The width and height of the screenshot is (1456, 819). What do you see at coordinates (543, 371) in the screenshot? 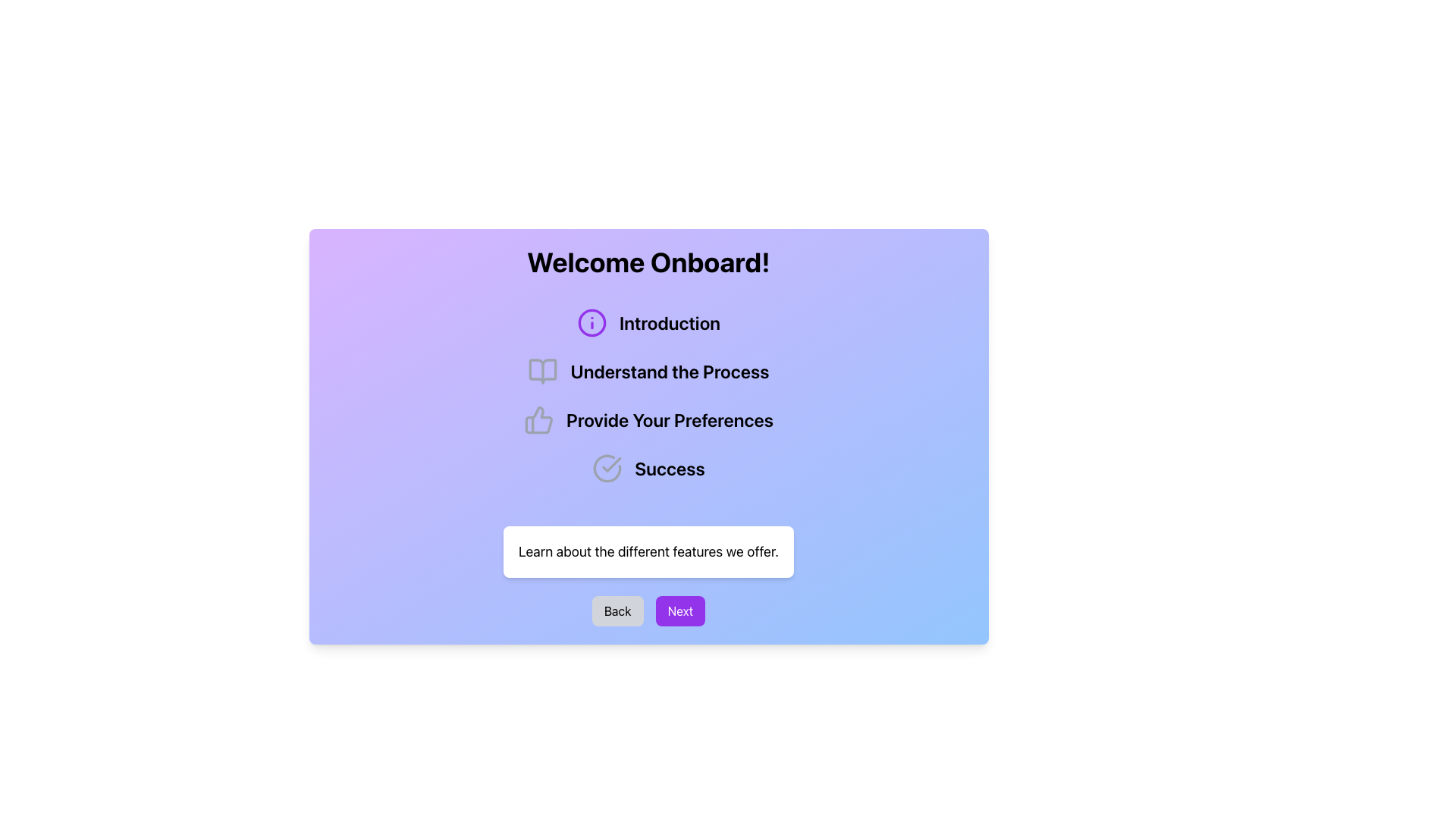
I see `the minimalistic gray icon resembling an open book, which is the second element in the onboarding flow's vertical layout` at bounding box center [543, 371].